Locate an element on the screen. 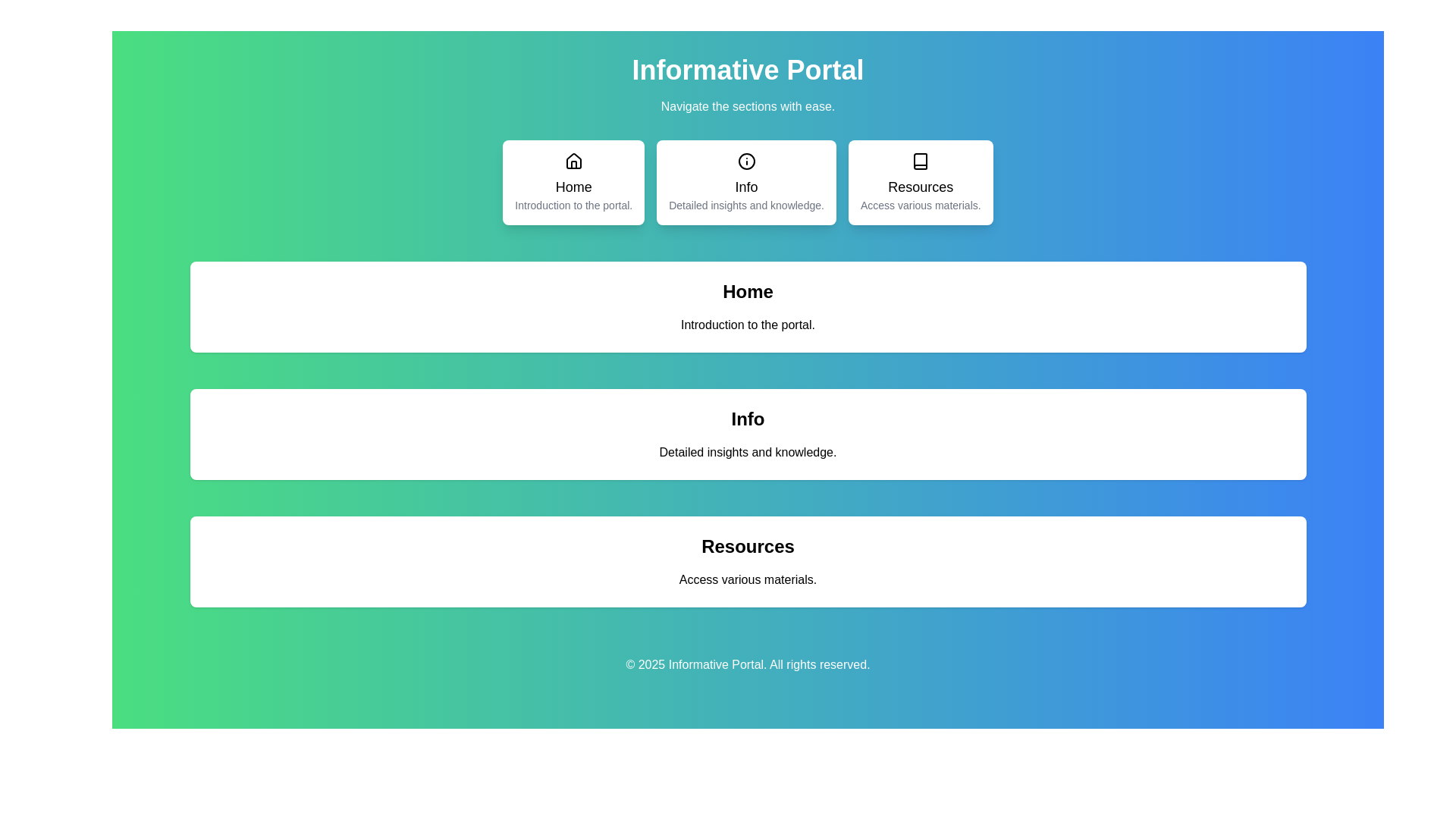 The width and height of the screenshot is (1456, 819). the 'Resources' heading in the third card from the left to identify the related section or feature is located at coordinates (920, 186).